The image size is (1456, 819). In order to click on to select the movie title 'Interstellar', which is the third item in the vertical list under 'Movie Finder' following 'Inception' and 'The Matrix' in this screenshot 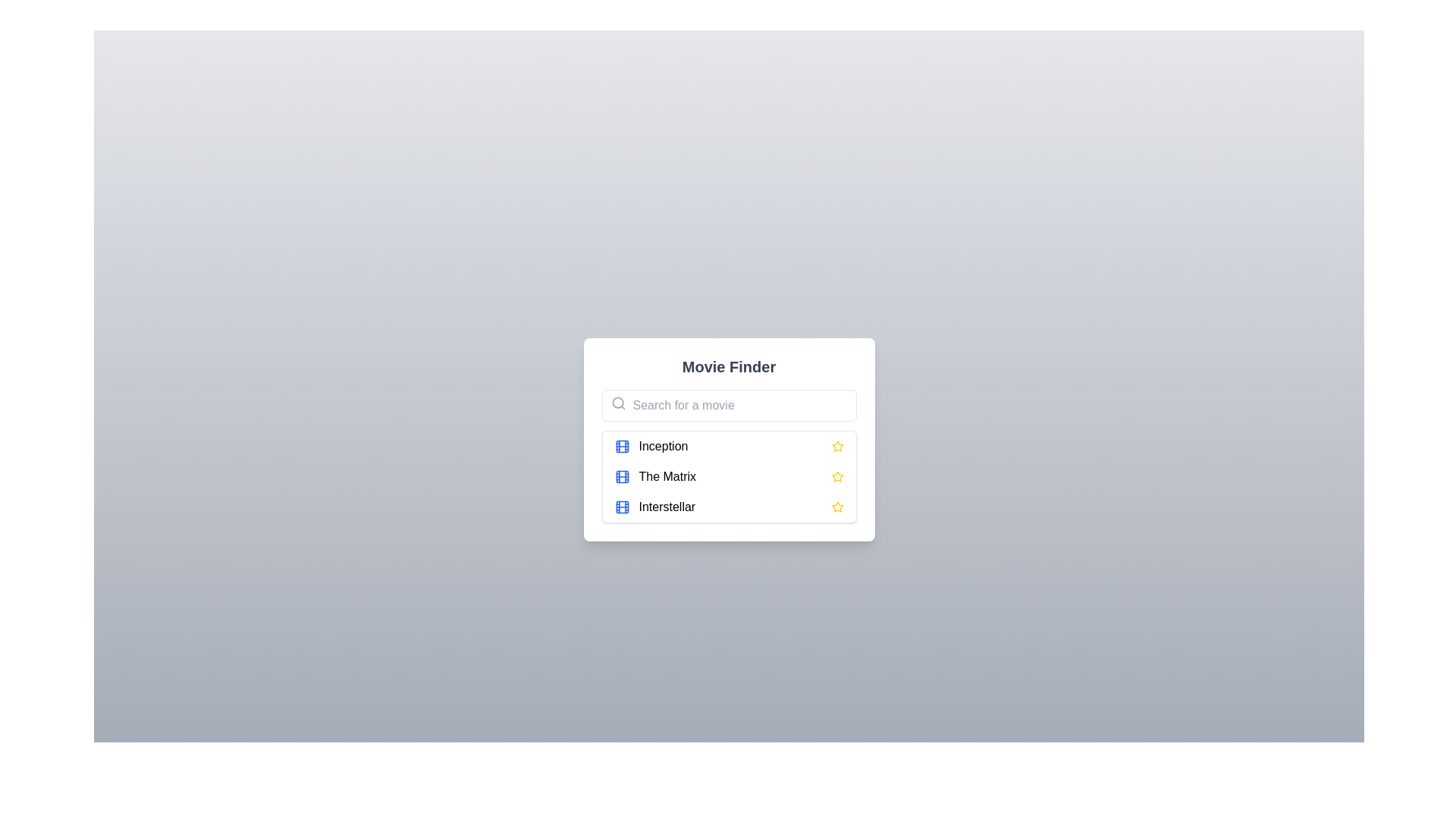, I will do `click(667, 507)`.